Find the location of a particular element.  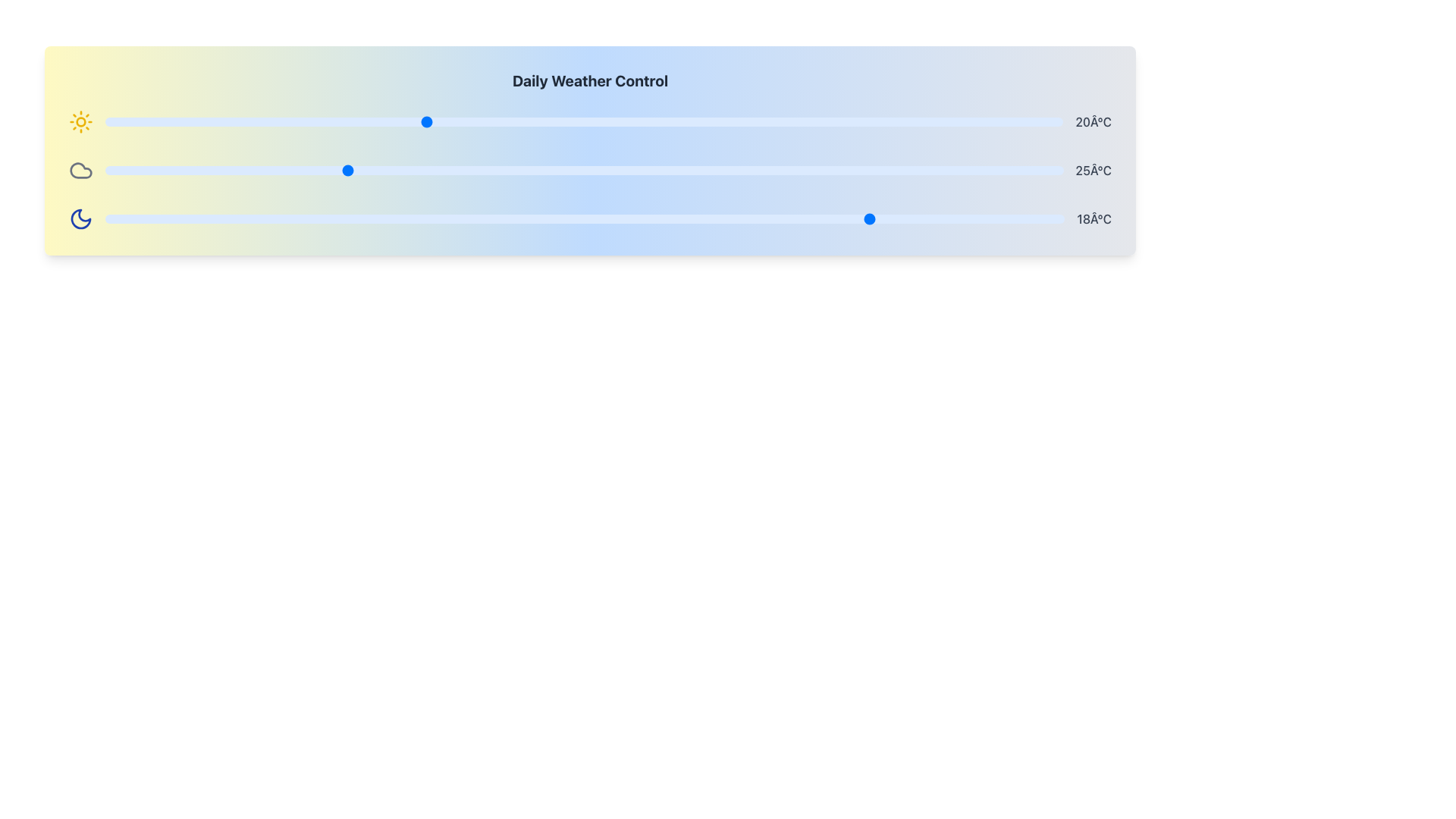

the third icon in the vertical row of weather-related icons on the left side of the interface, which serves as a visual indicator of the evening or nighttime temperature is located at coordinates (80, 219).